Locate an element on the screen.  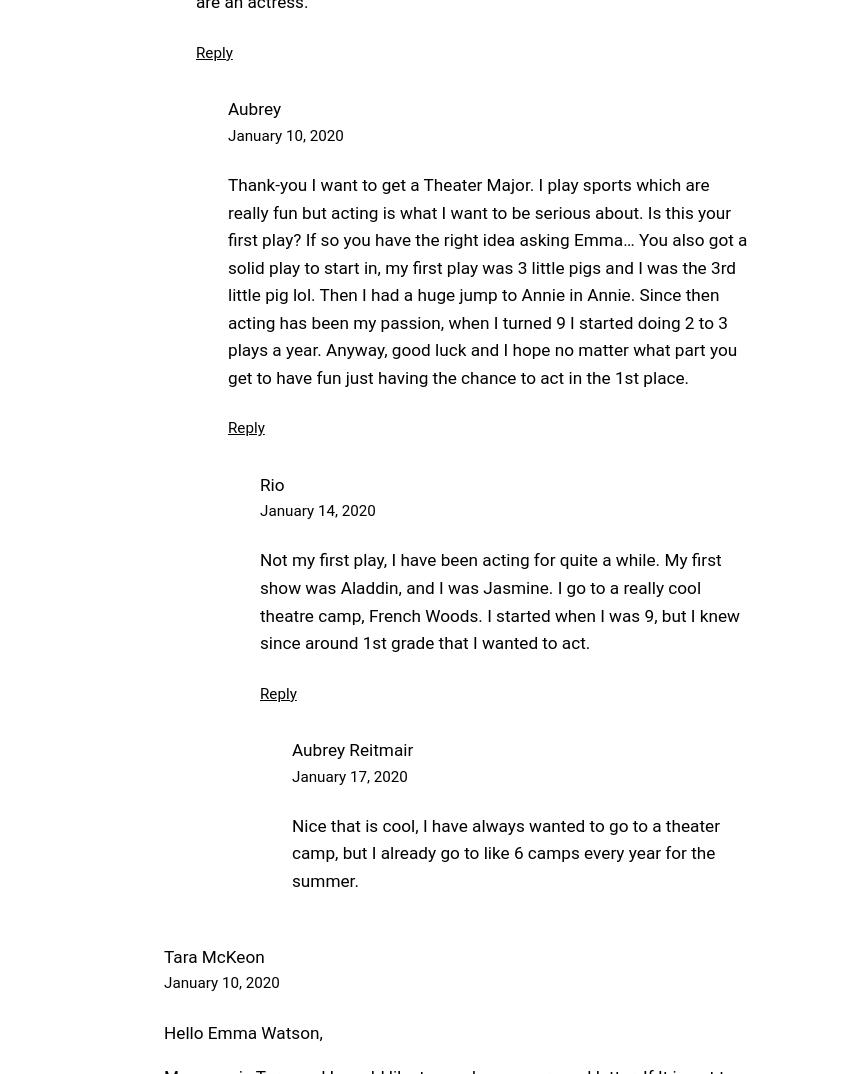
'Rio' is located at coordinates (271, 484).